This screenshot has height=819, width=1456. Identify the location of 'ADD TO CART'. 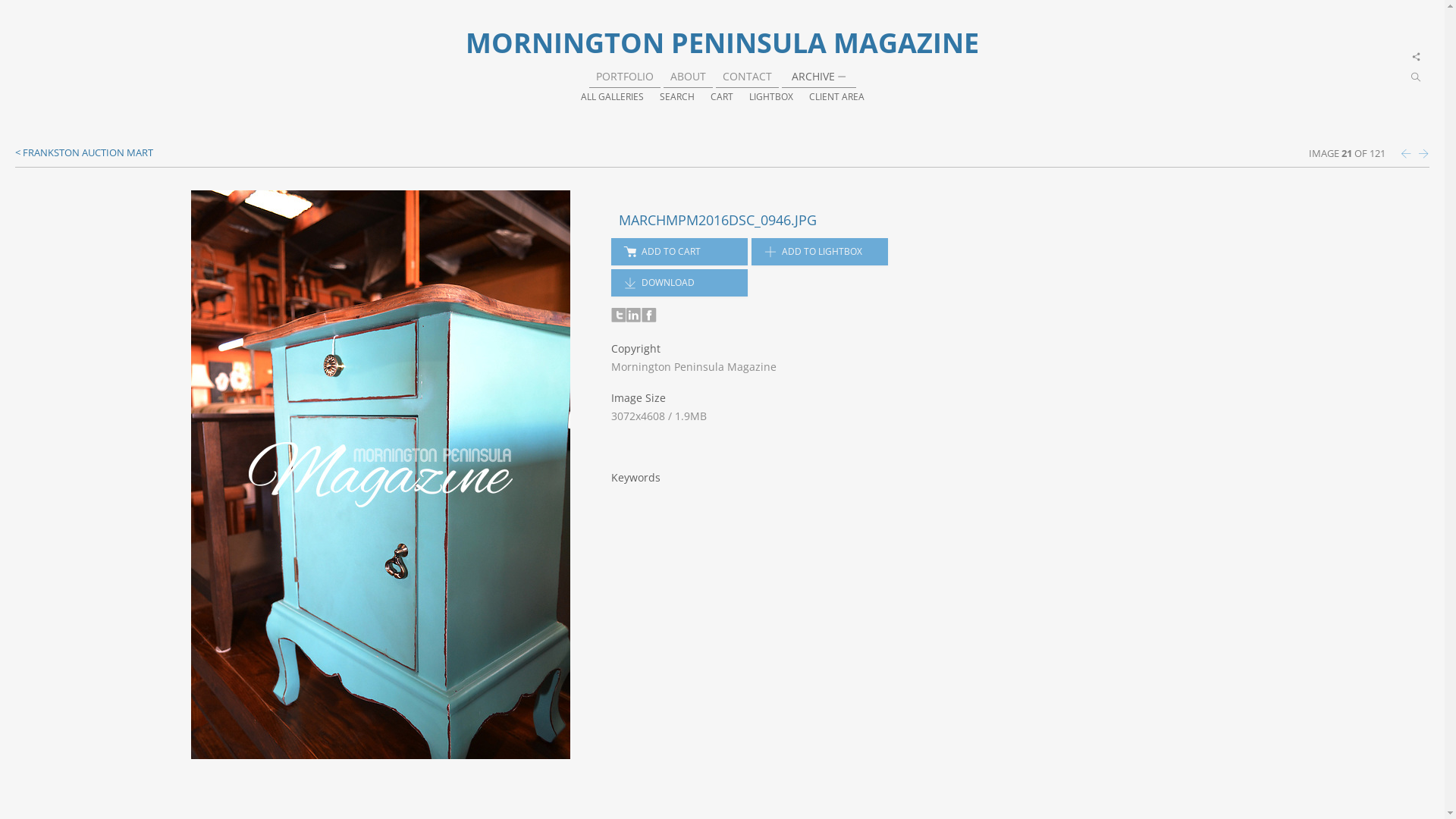
(679, 250).